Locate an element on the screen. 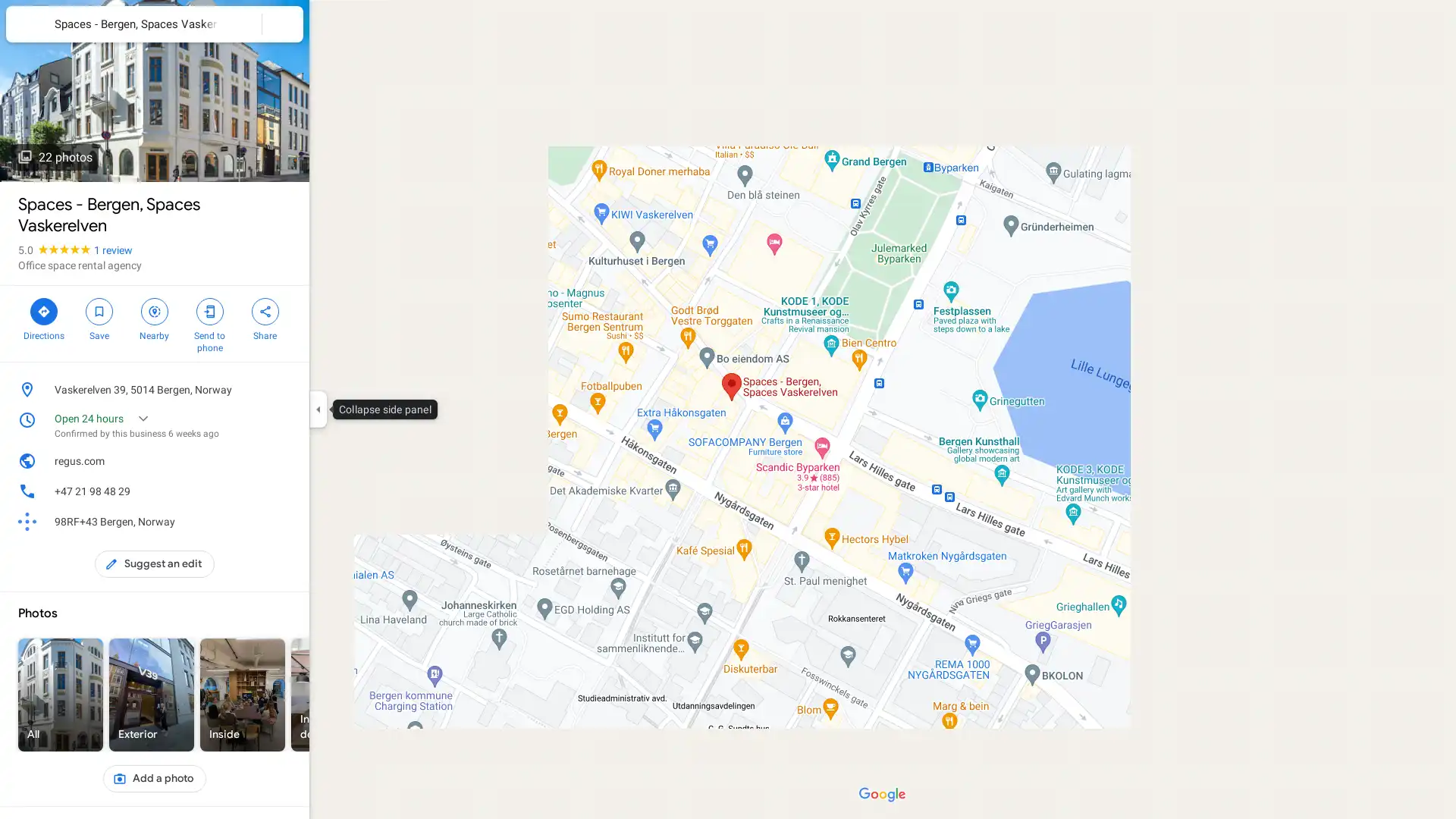  Exterior is located at coordinates (152, 695).